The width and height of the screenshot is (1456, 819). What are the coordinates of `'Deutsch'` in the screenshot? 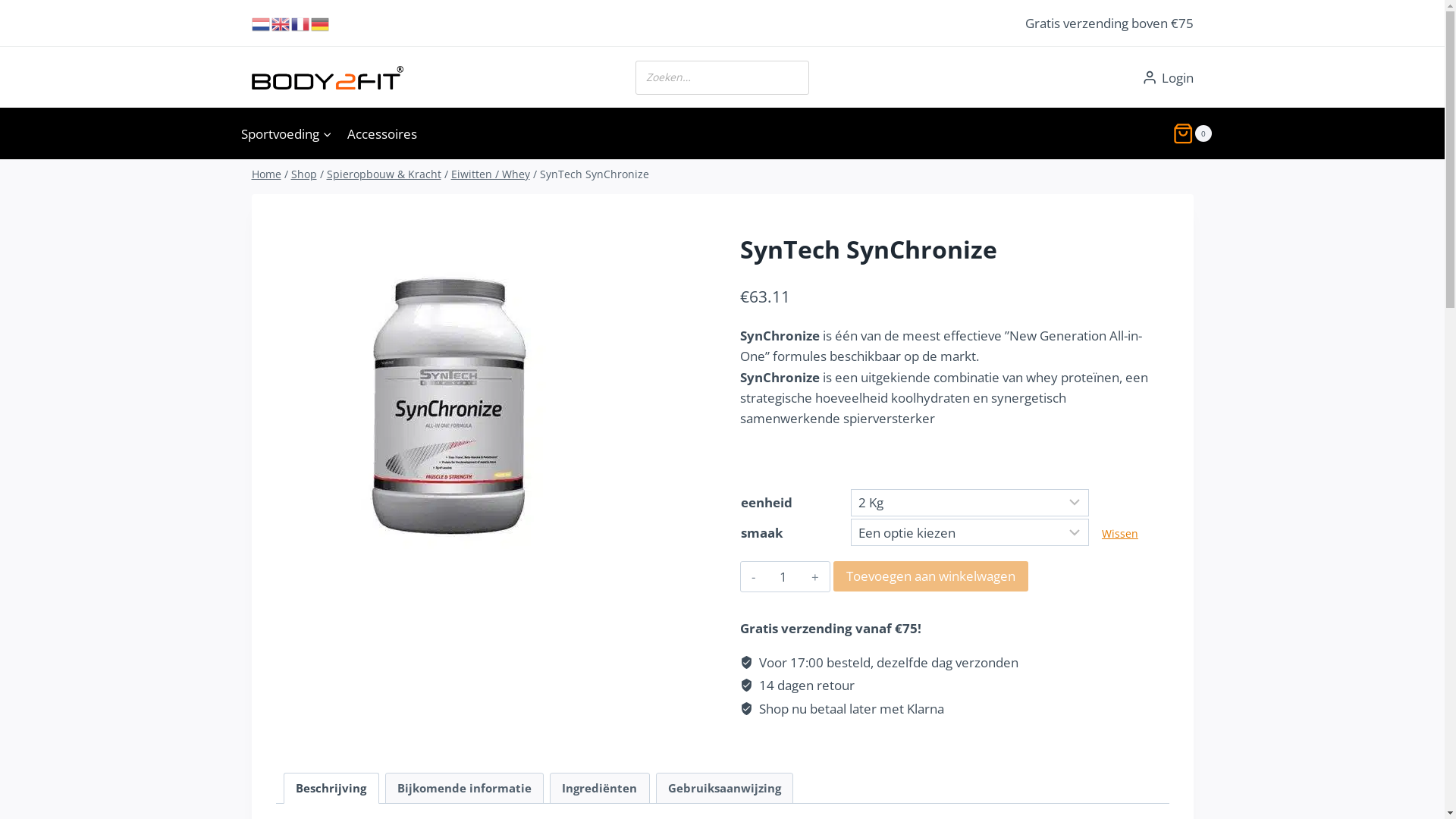 It's located at (319, 23).